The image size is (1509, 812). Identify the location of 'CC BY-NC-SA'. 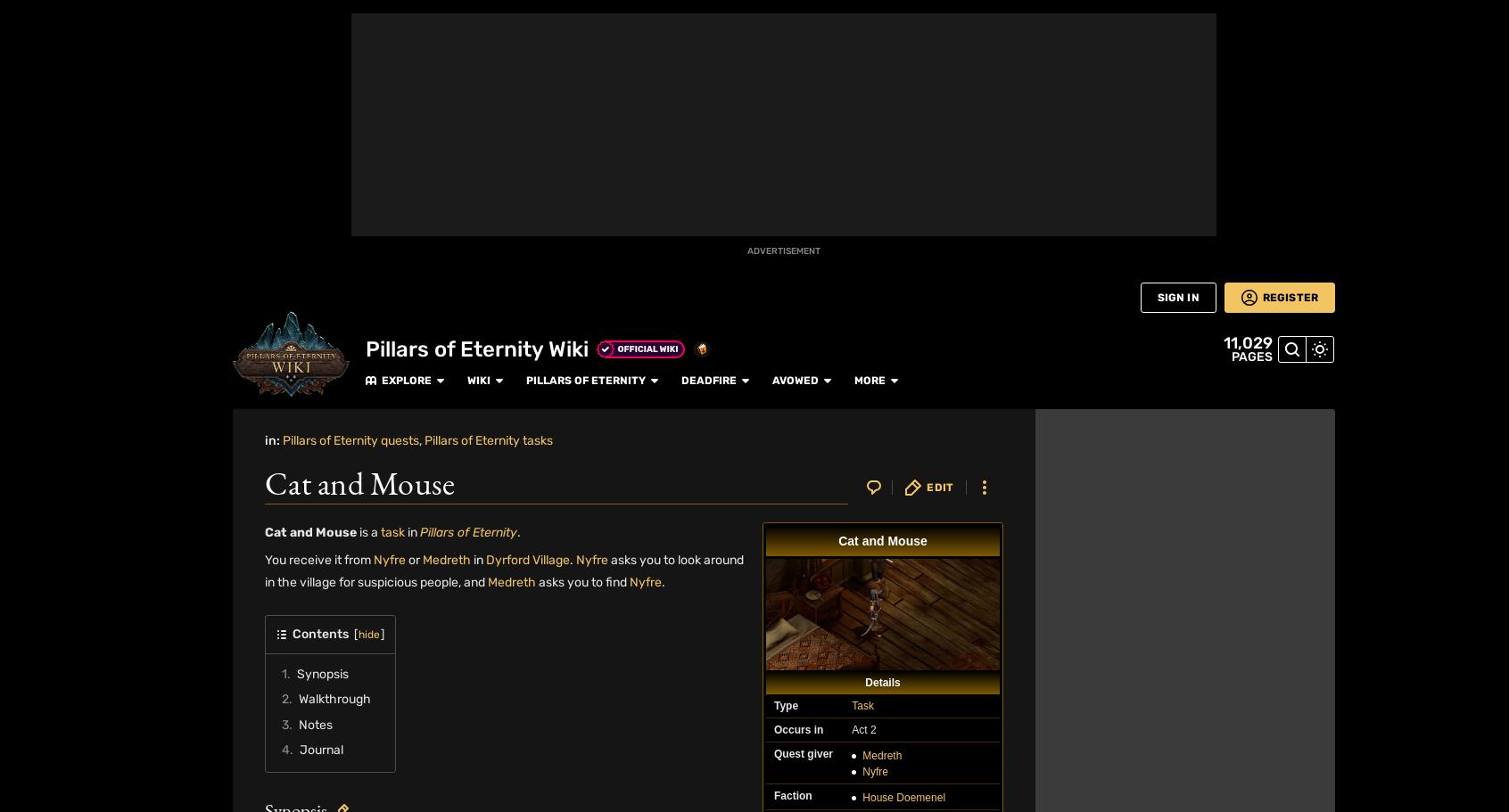
(481, 745).